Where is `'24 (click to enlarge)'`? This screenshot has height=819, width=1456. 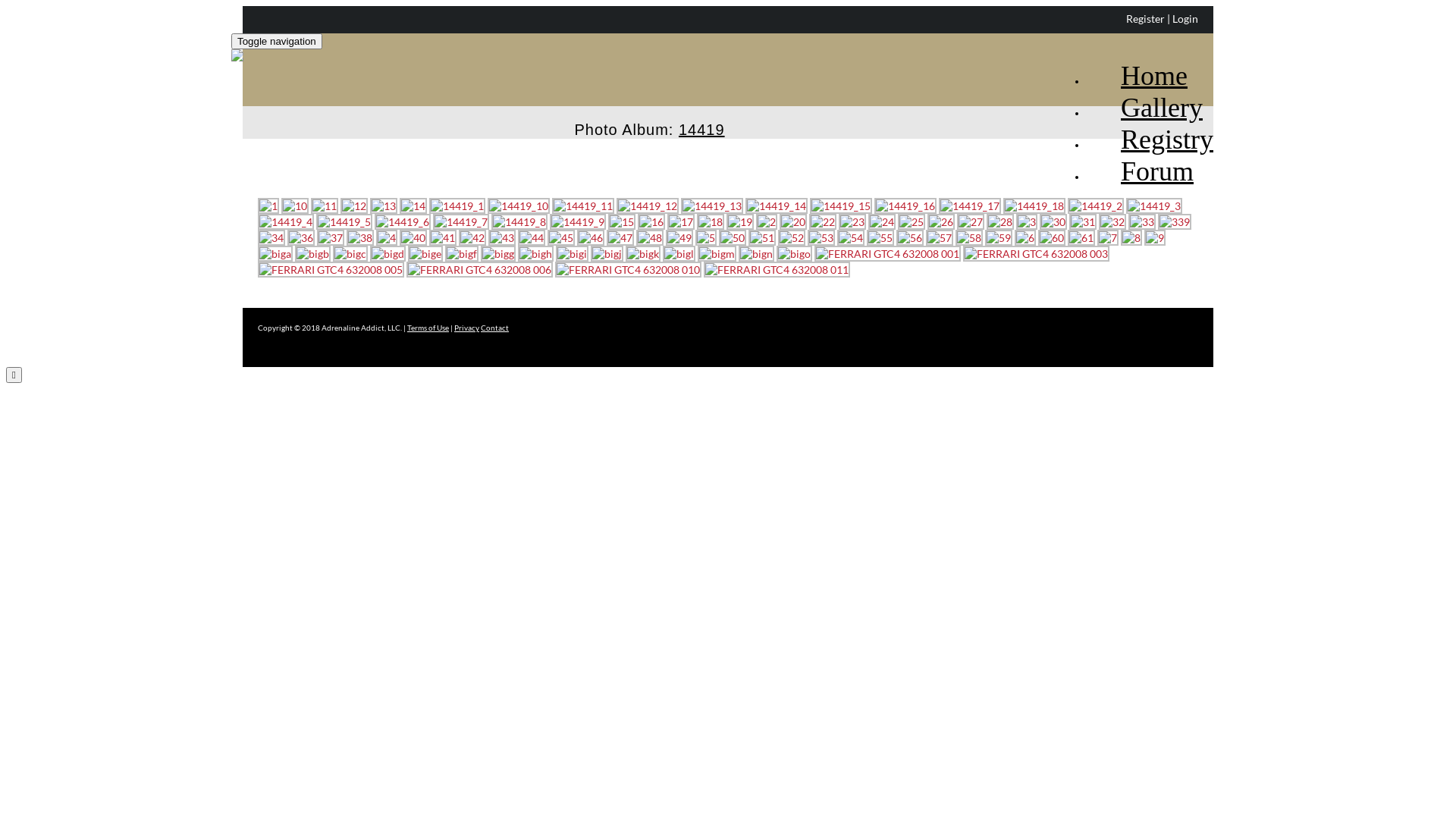
'24 (click to enlarge)' is located at coordinates (881, 221).